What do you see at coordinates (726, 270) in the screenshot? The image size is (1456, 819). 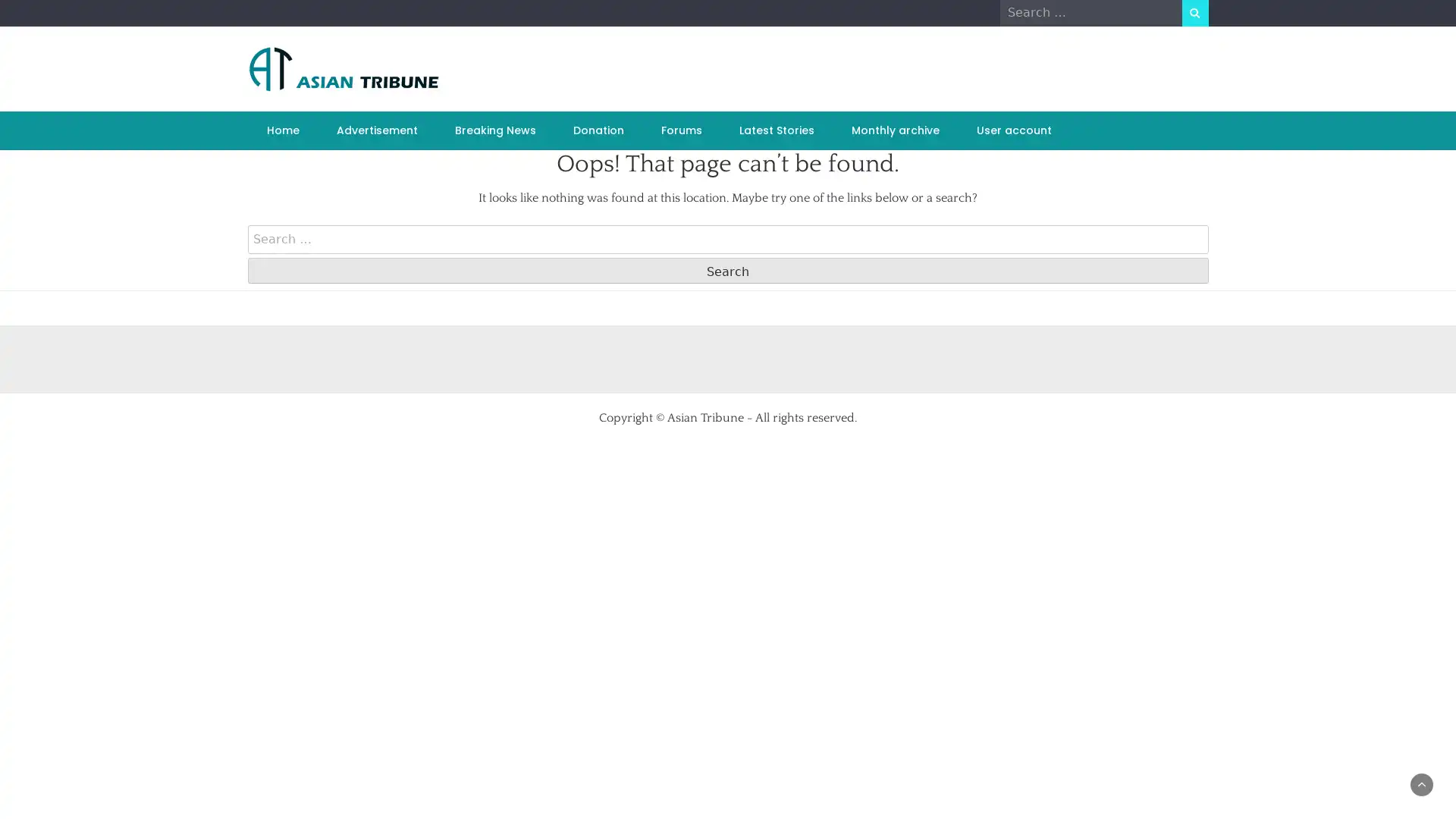 I see `Search` at bounding box center [726, 270].